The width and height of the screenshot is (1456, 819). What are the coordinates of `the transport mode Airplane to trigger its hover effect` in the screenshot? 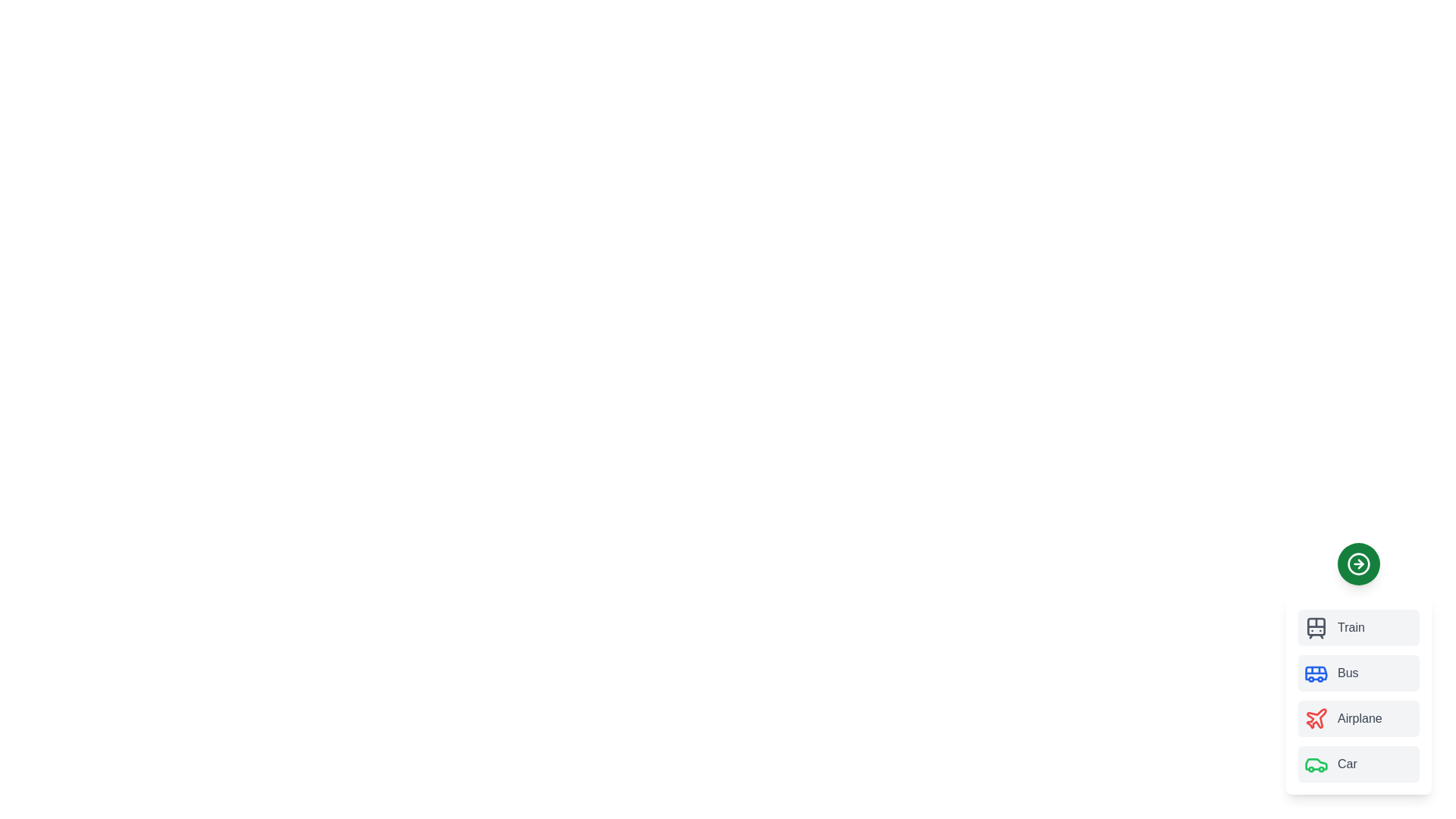 It's located at (1358, 718).